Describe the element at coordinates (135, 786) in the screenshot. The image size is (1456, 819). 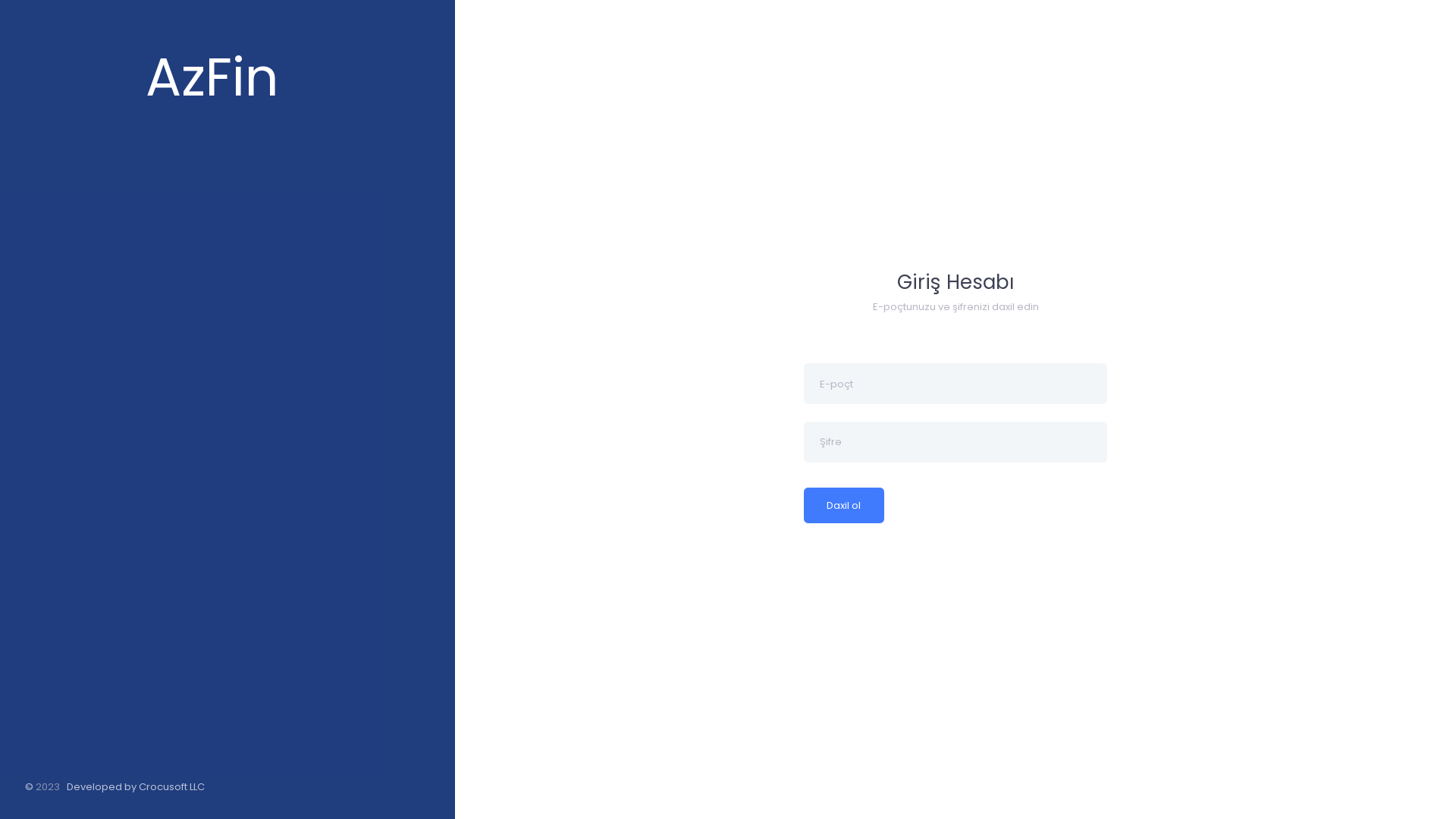
I see `'Developed by Crocusoft LLC'` at that location.